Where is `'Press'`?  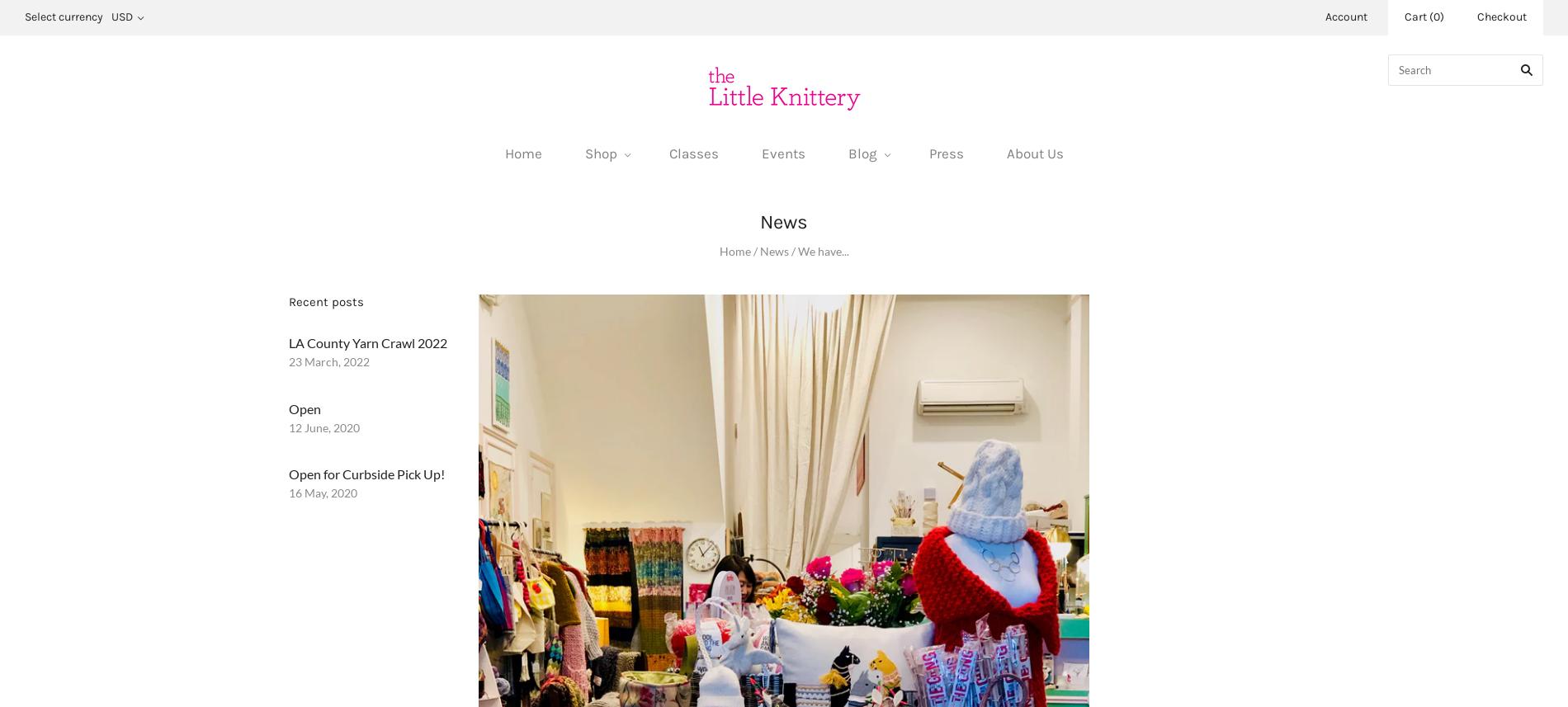 'Press' is located at coordinates (946, 153).